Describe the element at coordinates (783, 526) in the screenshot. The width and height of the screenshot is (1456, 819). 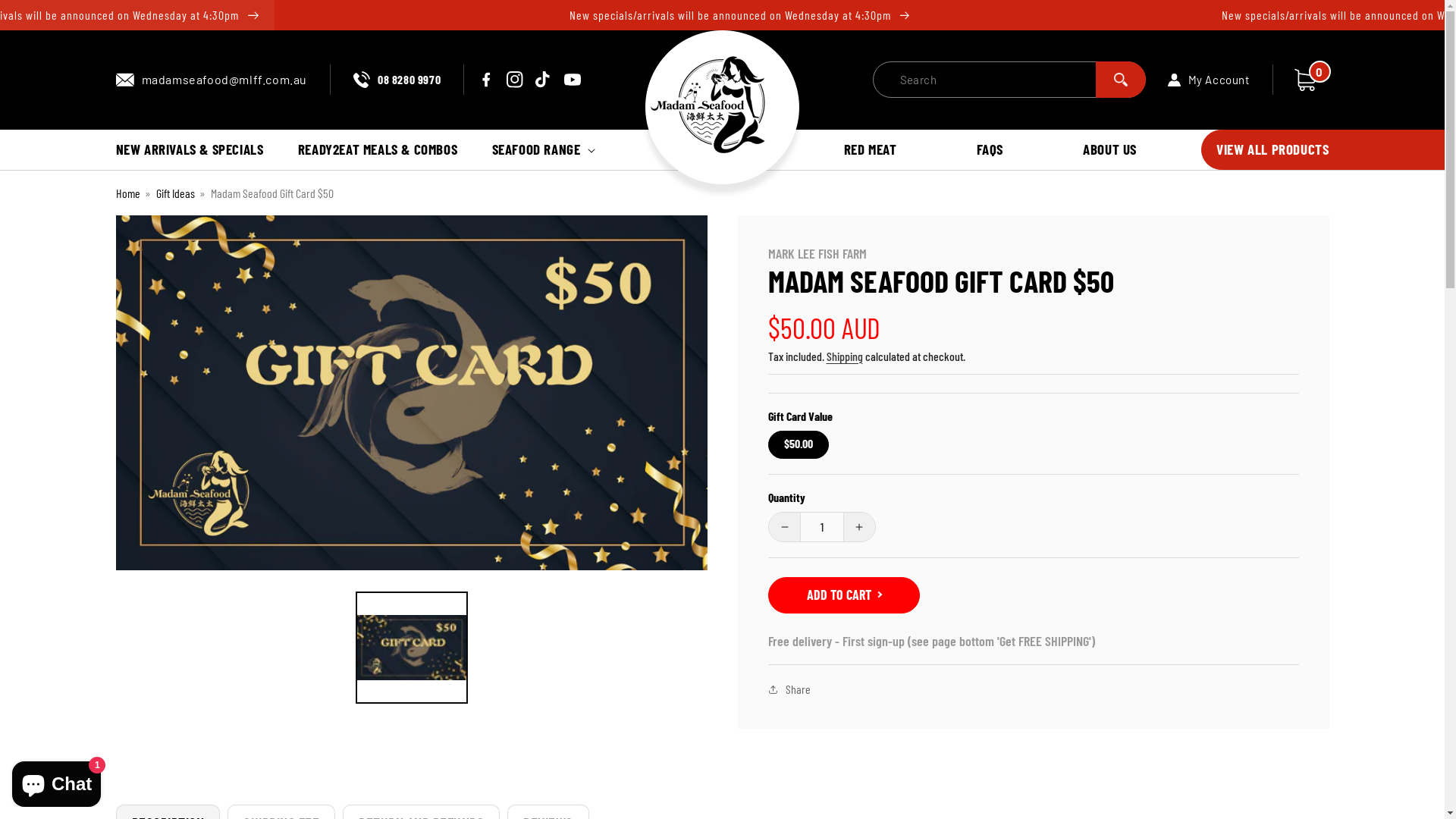
I see `'Decrease quantity for Madam Seafood Gift Card $50'` at that location.